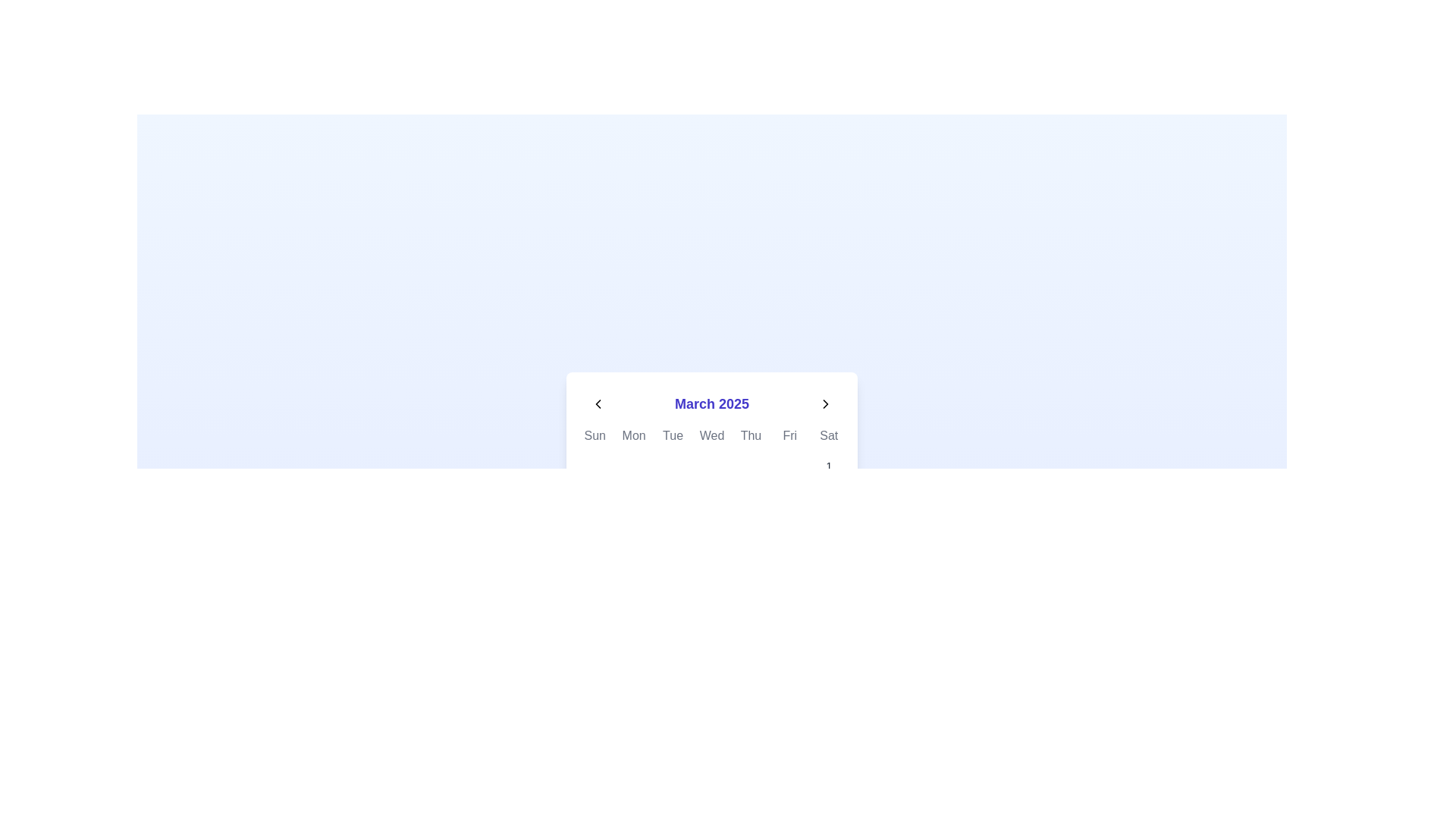  What do you see at coordinates (597, 403) in the screenshot?
I see `the 'Previous' button located on the leftmost side of the calendar header` at bounding box center [597, 403].